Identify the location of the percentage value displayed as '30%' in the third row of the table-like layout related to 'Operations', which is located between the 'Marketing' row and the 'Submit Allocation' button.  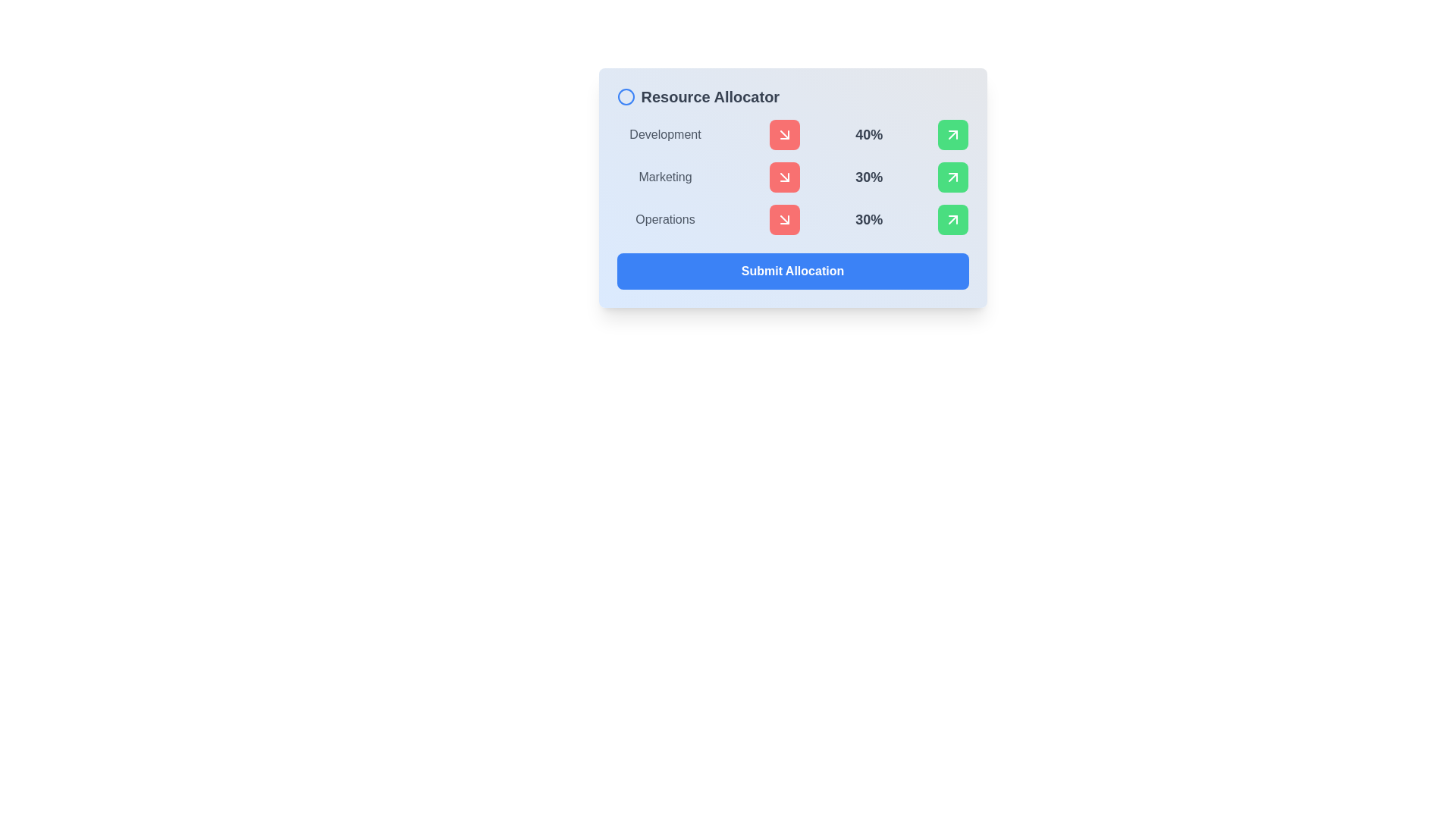
(792, 219).